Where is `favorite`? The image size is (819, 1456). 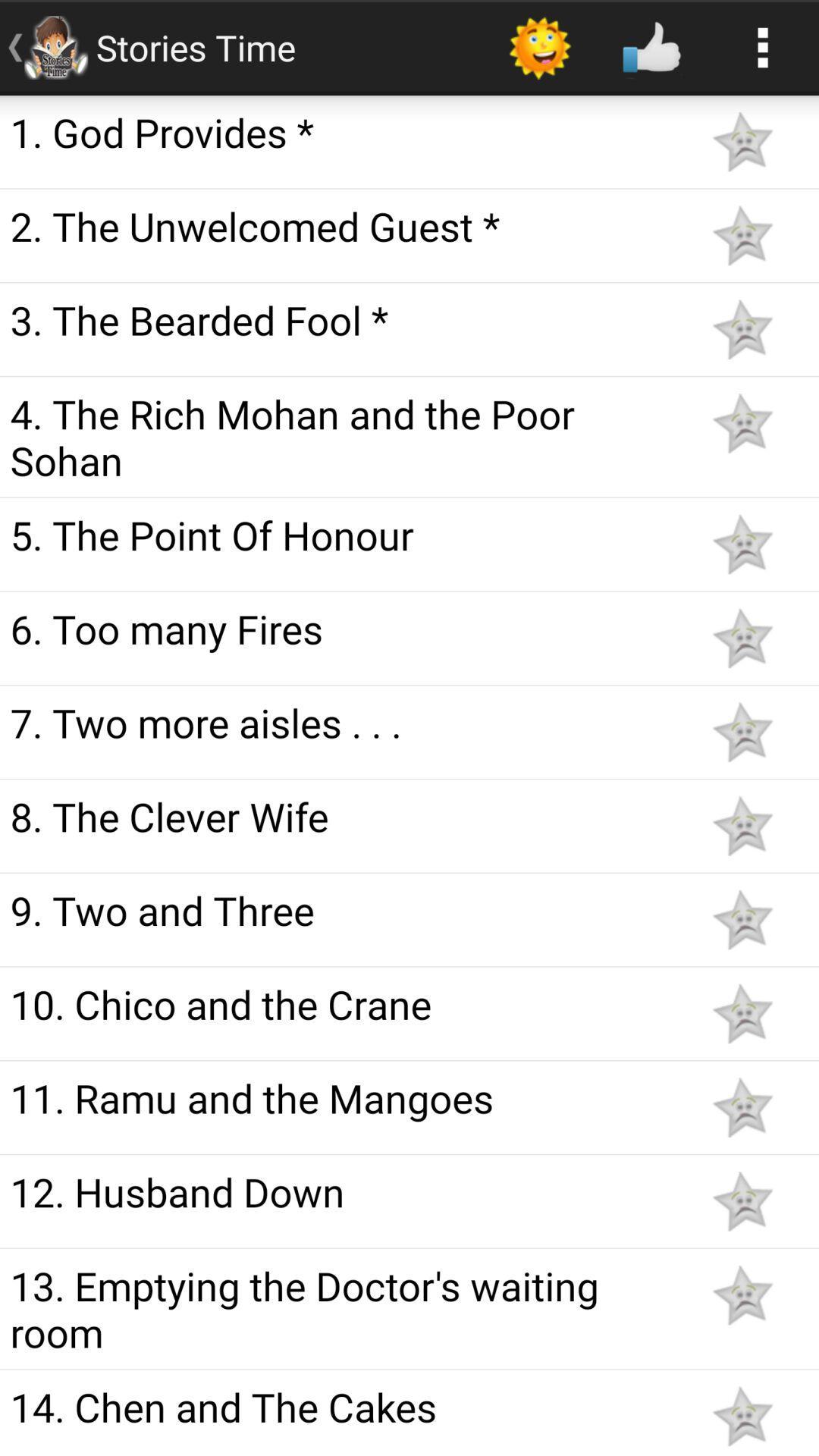 favorite is located at coordinates (742, 142).